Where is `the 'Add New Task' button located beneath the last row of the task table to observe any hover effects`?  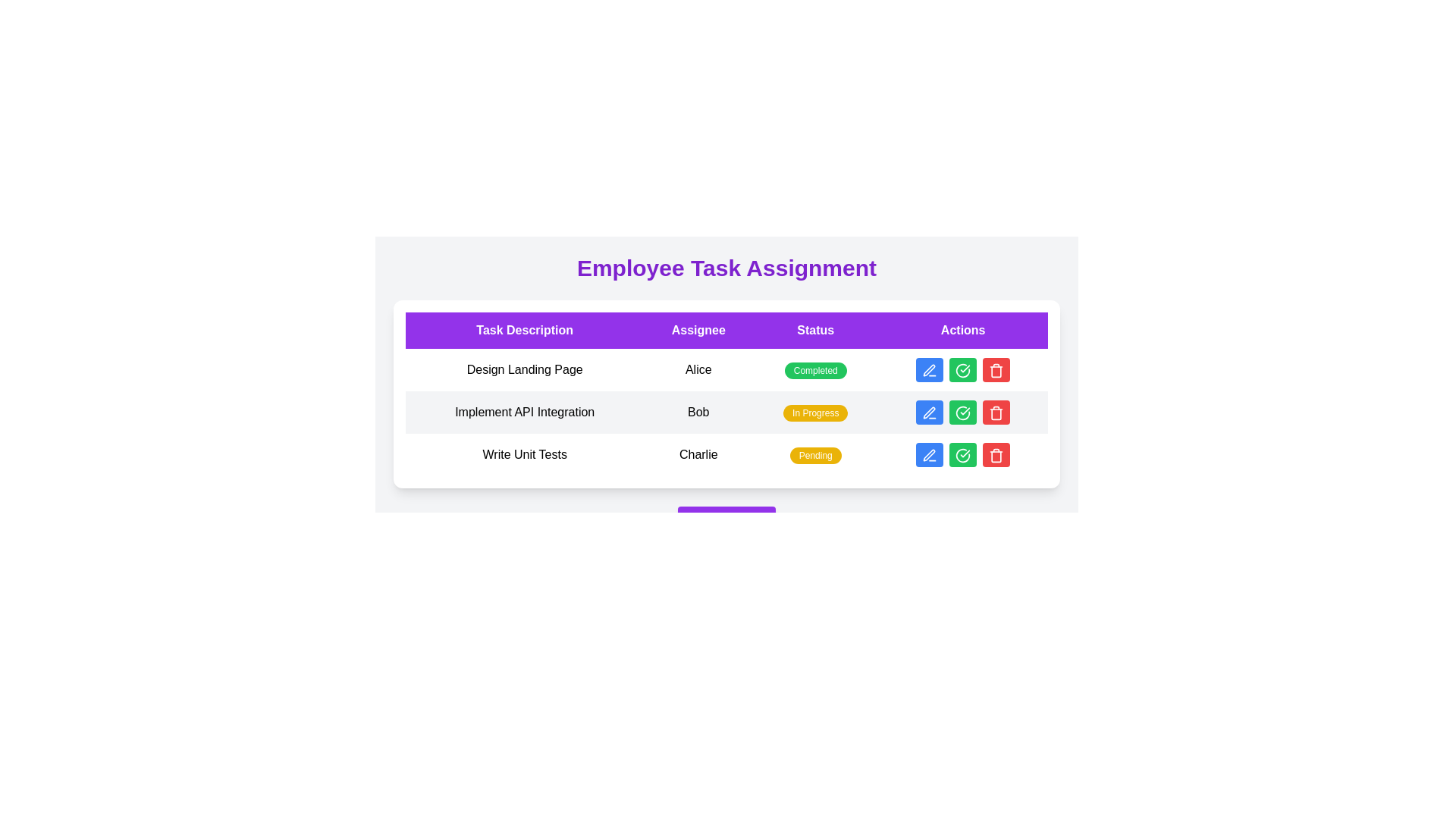 the 'Add New Task' button located beneath the last row of the task table to observe any hover effects is located at coordinates (726, 520).